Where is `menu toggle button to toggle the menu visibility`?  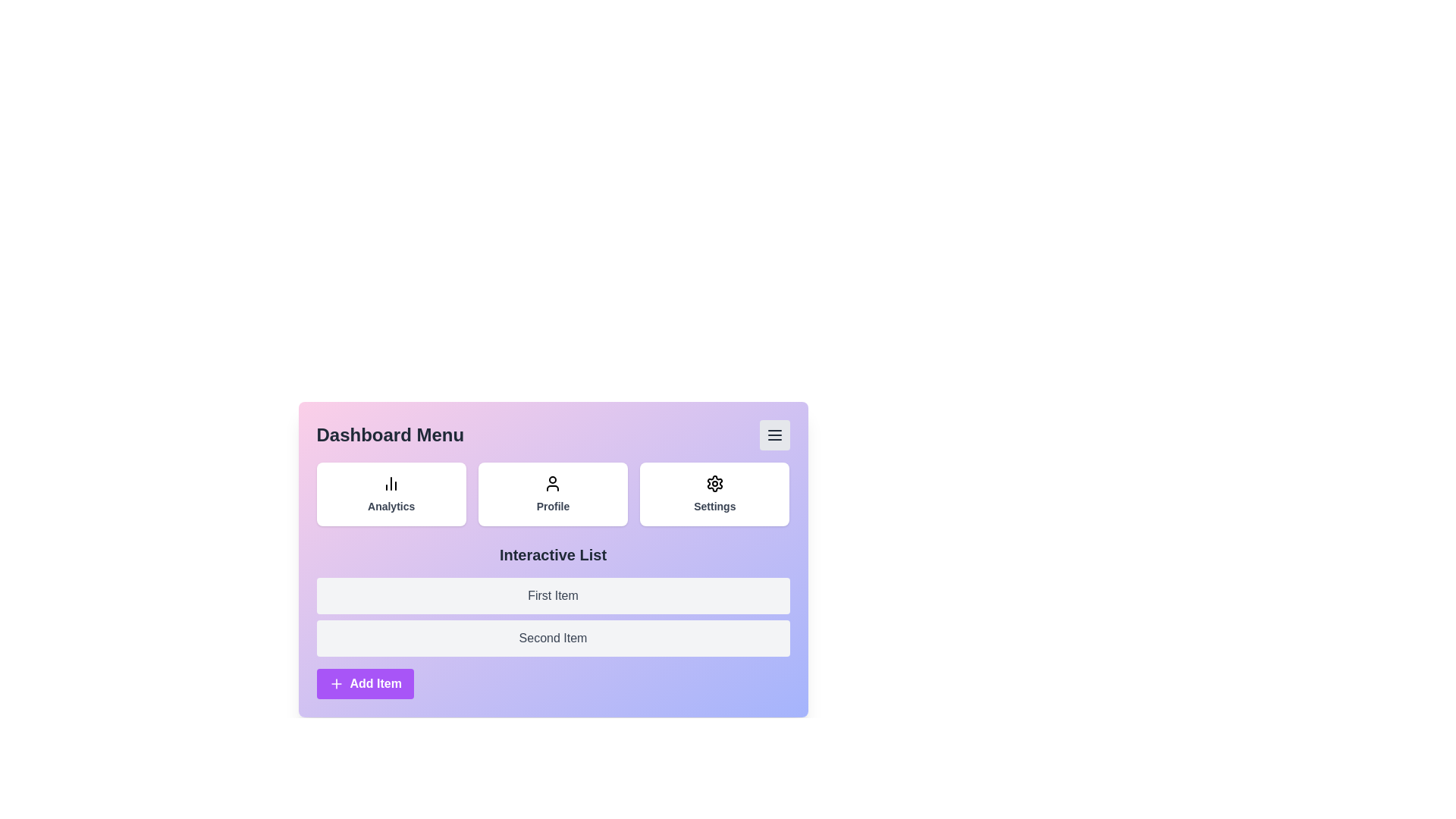 menu toggle button to toggle the menu visibility is located at coordinates (774, 435).